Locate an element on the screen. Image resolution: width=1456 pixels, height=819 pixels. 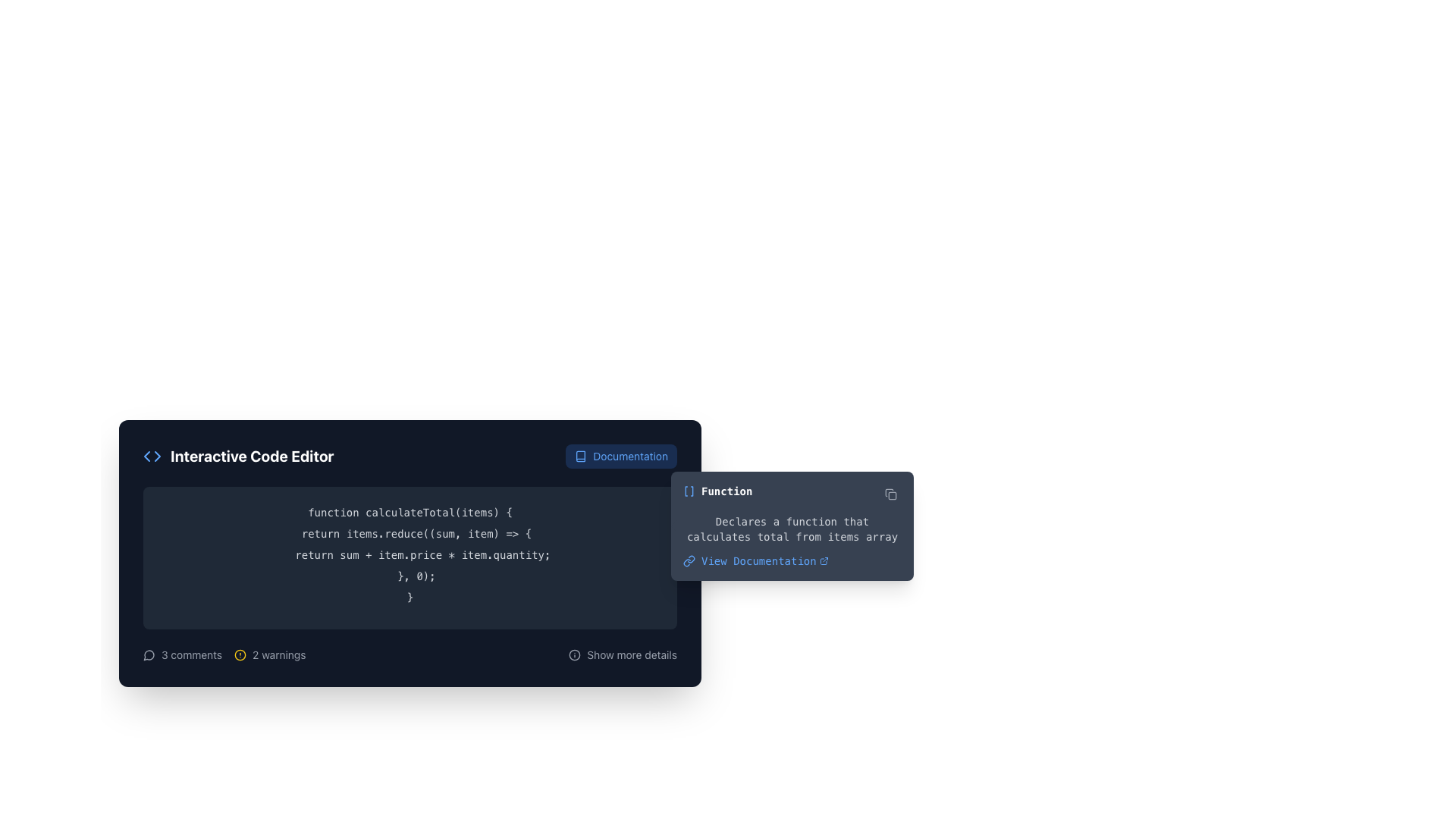
the notification icon and text combination that indicates there are two warnings, located to the right of the '3 comments' label at the bottom-central part of the interface is located at coordinates (270, 654).